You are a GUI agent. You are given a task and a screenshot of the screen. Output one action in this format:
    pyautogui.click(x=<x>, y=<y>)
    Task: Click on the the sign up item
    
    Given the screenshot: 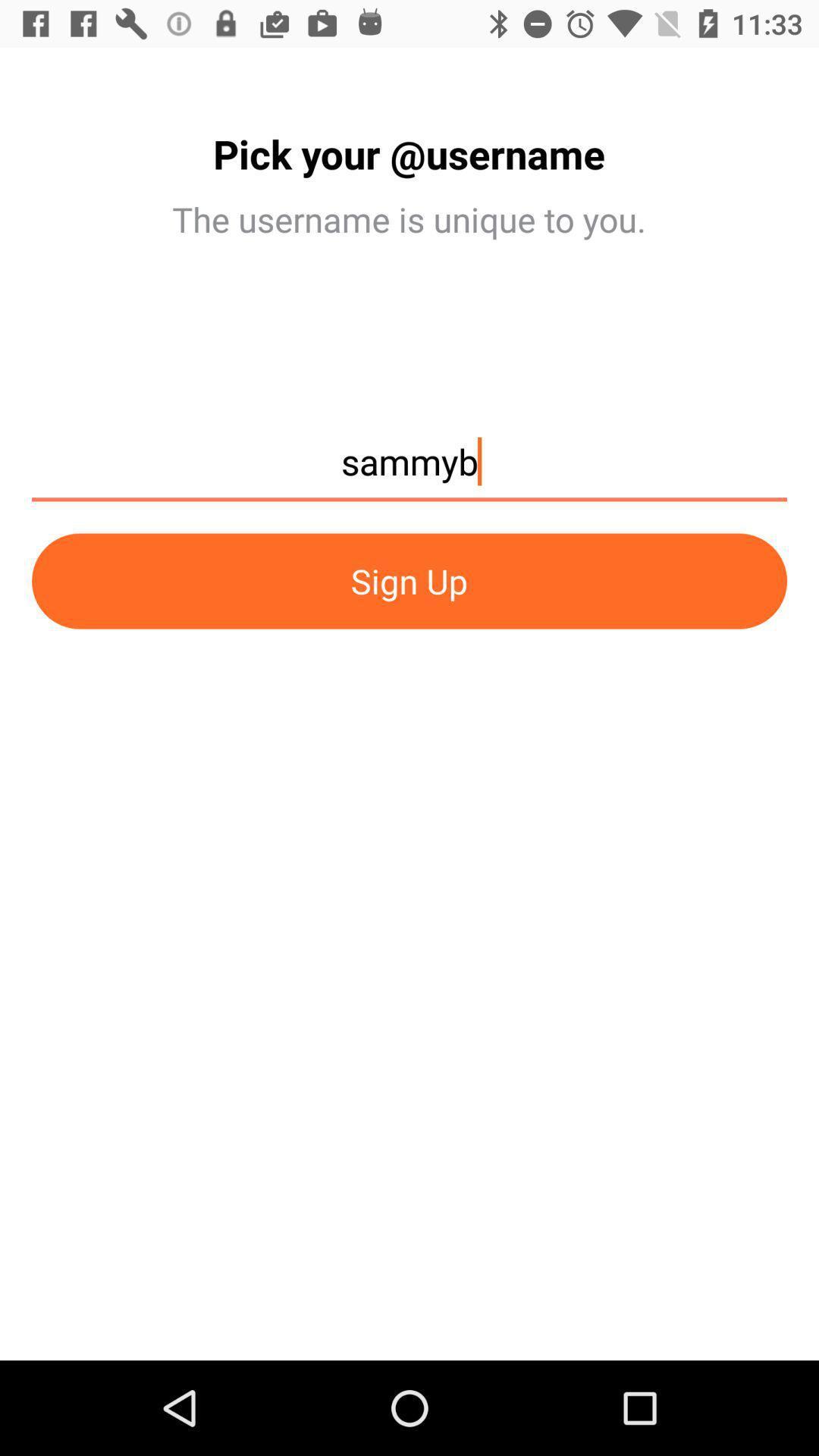 What is the action you would take?
    pyautogui.click(x=409, y=580)
    